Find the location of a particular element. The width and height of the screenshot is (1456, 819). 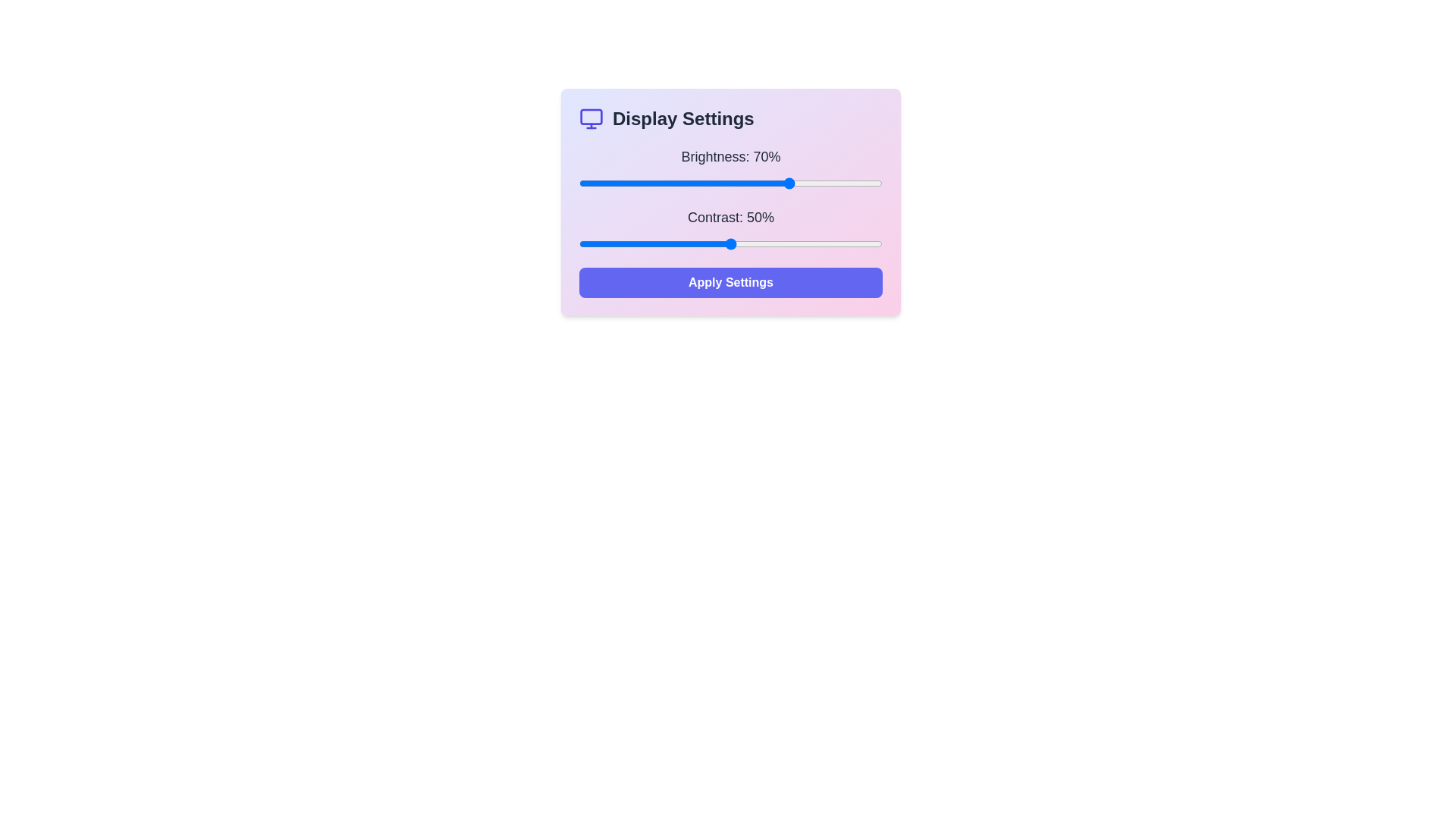

the brightness slider to 7% is located at coordinates (600, 183).